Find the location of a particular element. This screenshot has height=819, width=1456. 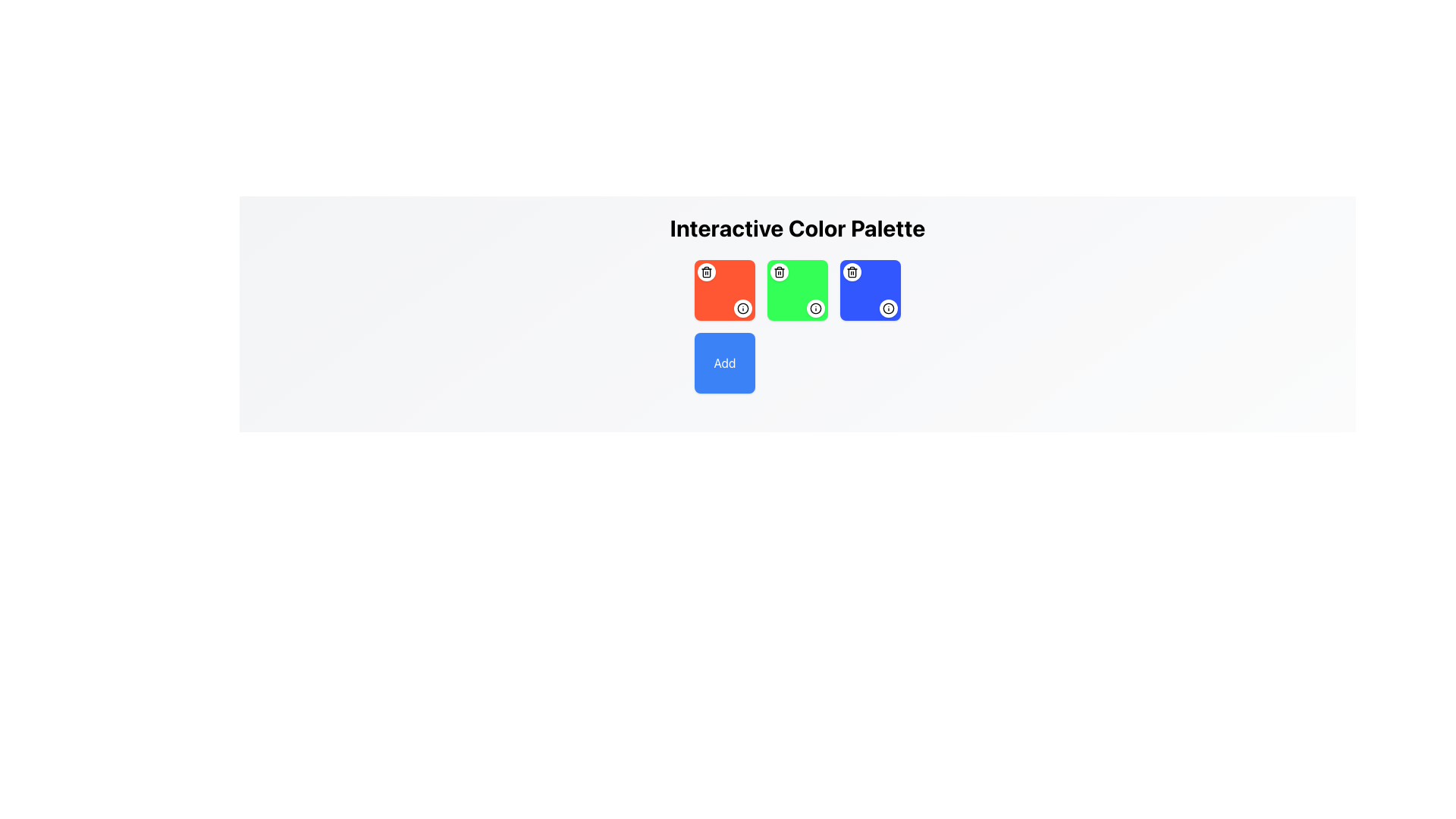

the delete button located at the top-left corner of the blue square in the third column of colored squares, second row is located at coordinates (852, 271).